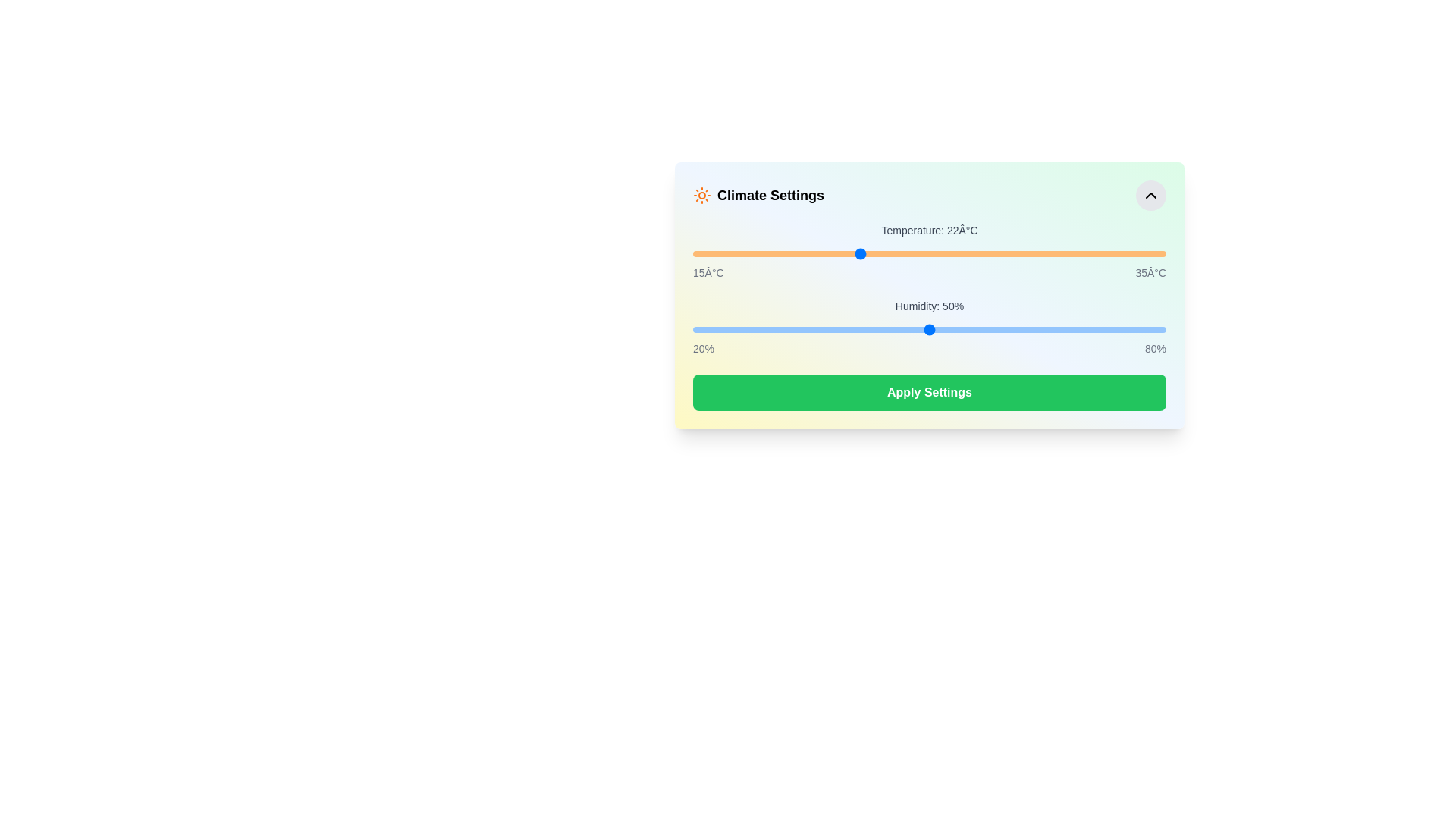 This screenshot has width=1456, height=819. I want to click on the range slider located below the text 'Humidity: 50%' and above the labels '20%' and '80%', so click(928, 329).